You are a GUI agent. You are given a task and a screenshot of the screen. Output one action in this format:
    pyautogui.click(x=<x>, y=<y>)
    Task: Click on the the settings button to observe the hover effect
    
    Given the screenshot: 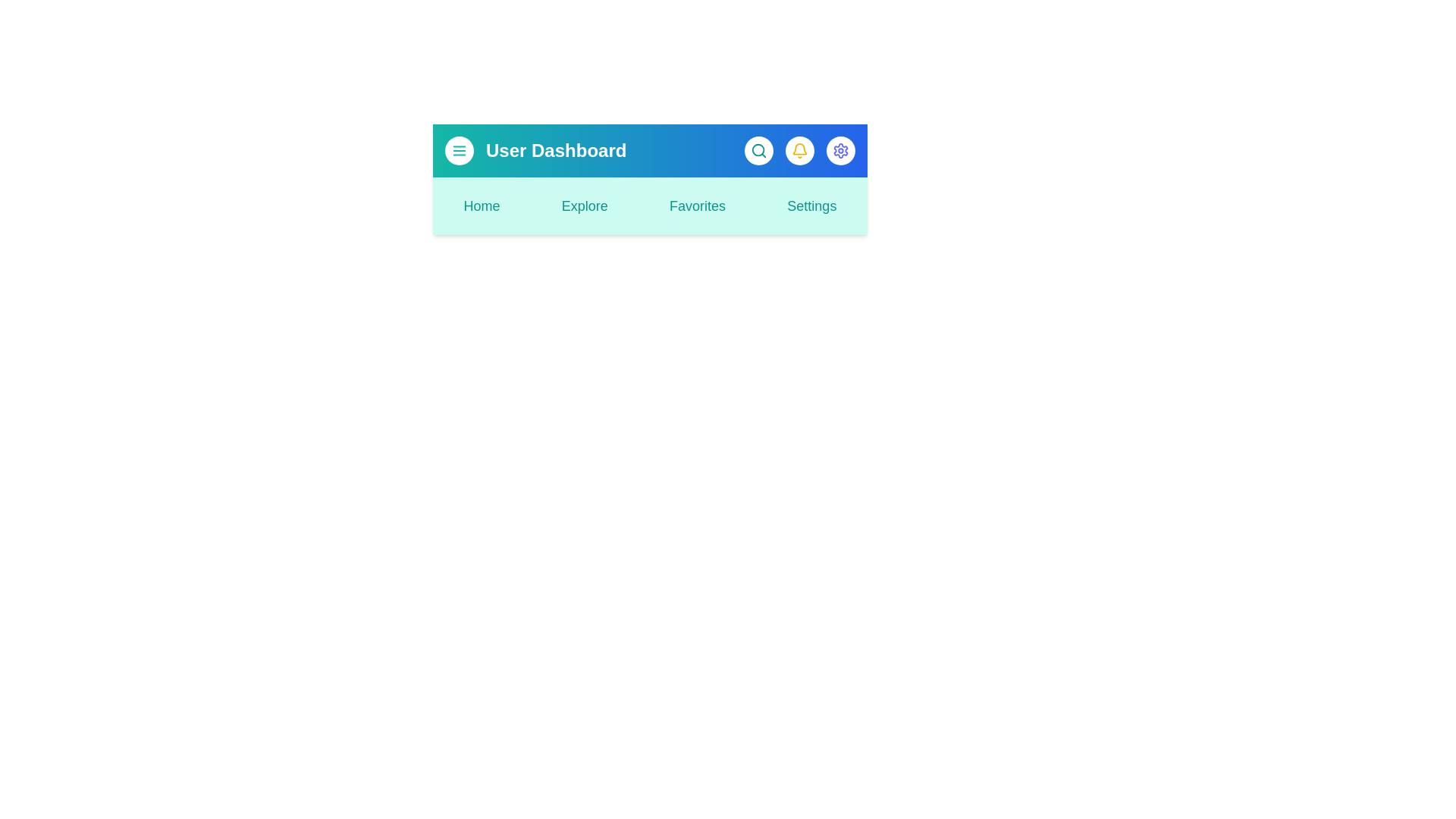 What is the action you would take?
    pyautogui.click(x=839, y=151)
    